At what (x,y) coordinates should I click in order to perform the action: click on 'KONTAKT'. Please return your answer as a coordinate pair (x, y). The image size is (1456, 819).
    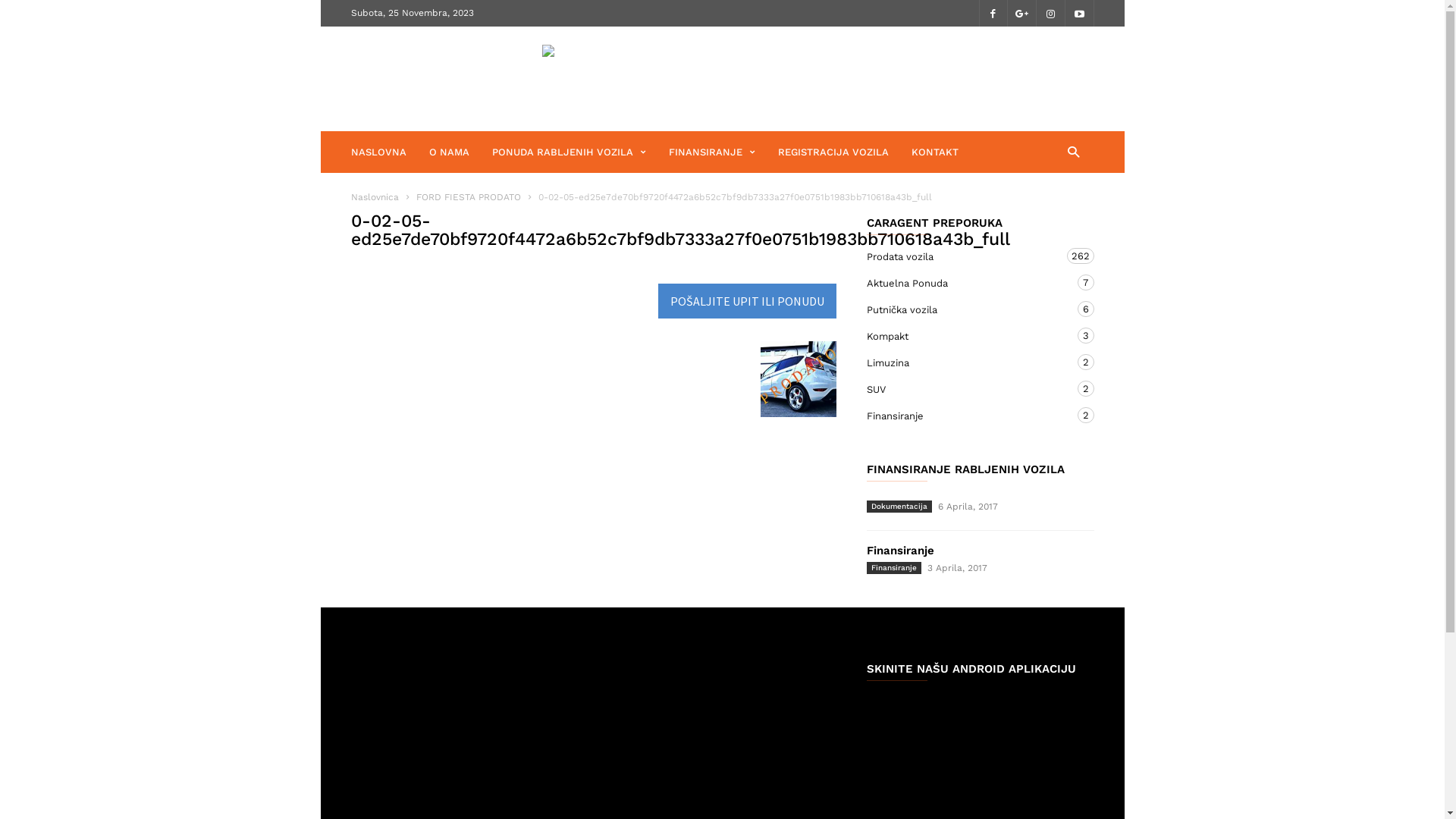
    Looking at the image, I should click on (934, 152).